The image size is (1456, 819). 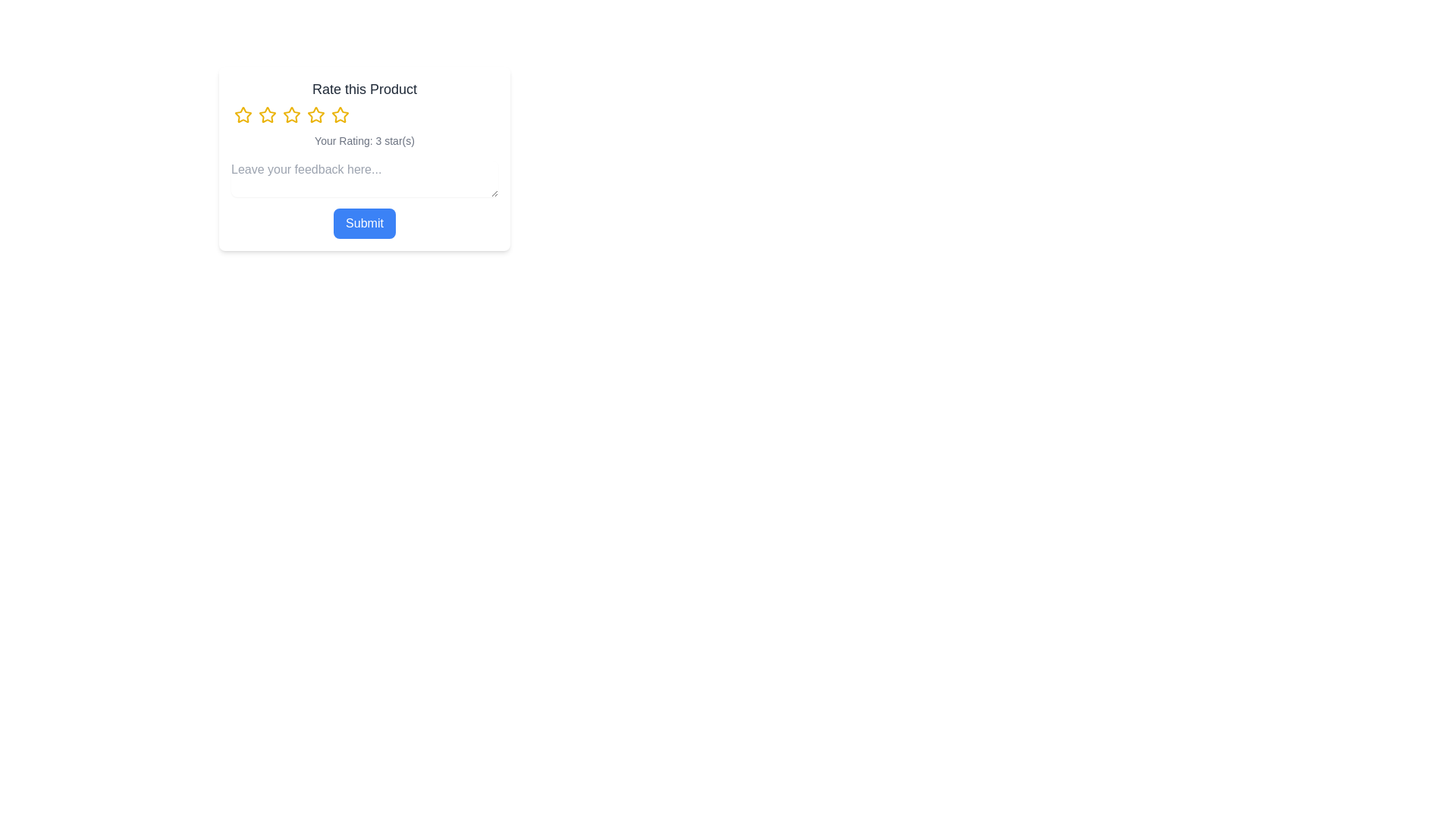 I want to click on the rating by clicking on the 2 star, so click(x=268, y=114).